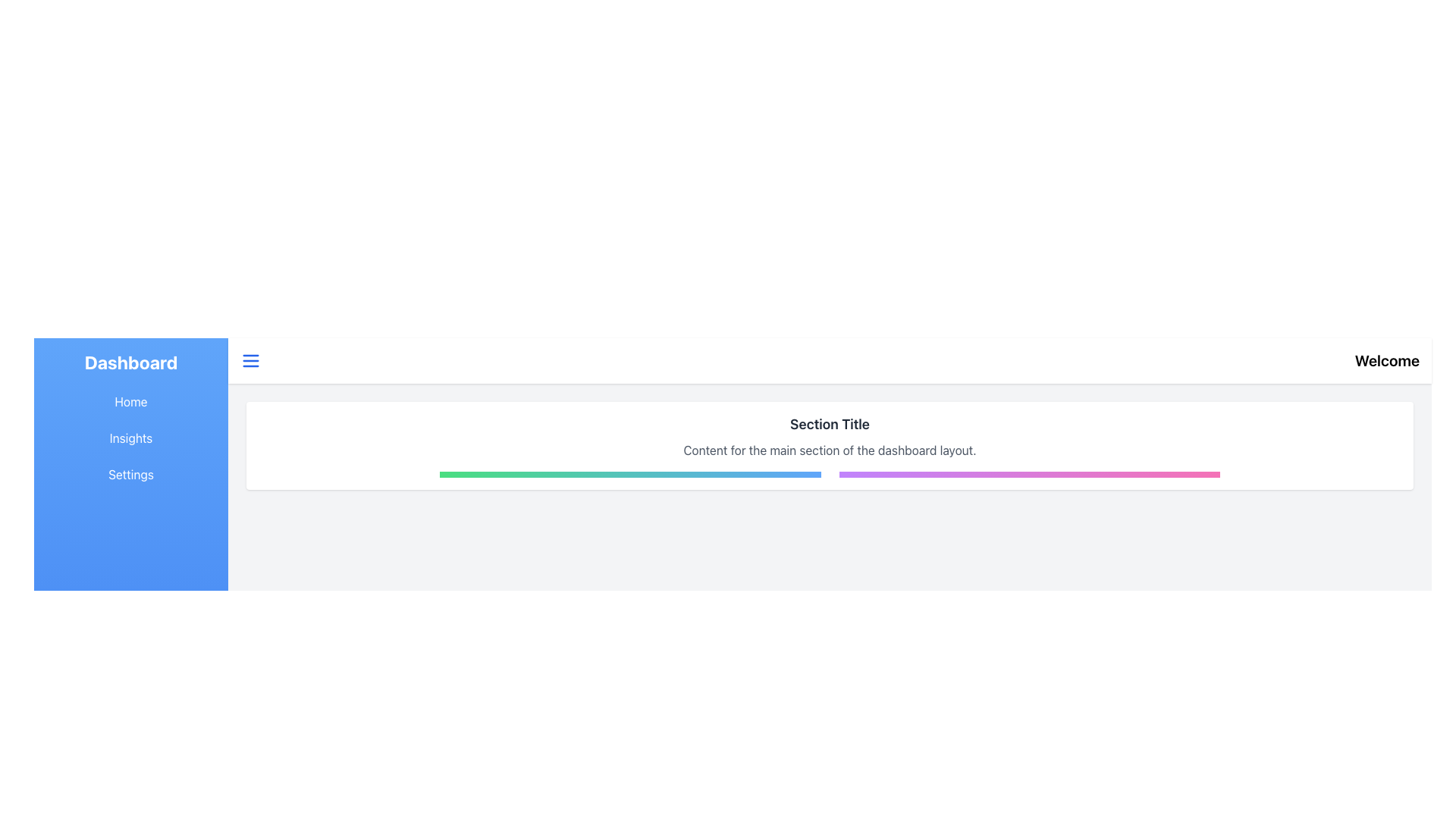 The width and height of the screenshot is (1456, 819). I want to click on the 'Welcome' static text label located on the rightmost side of the top navigation bar, which is styled in bold and larger font size to indicate its importance, so click(1387, 360).